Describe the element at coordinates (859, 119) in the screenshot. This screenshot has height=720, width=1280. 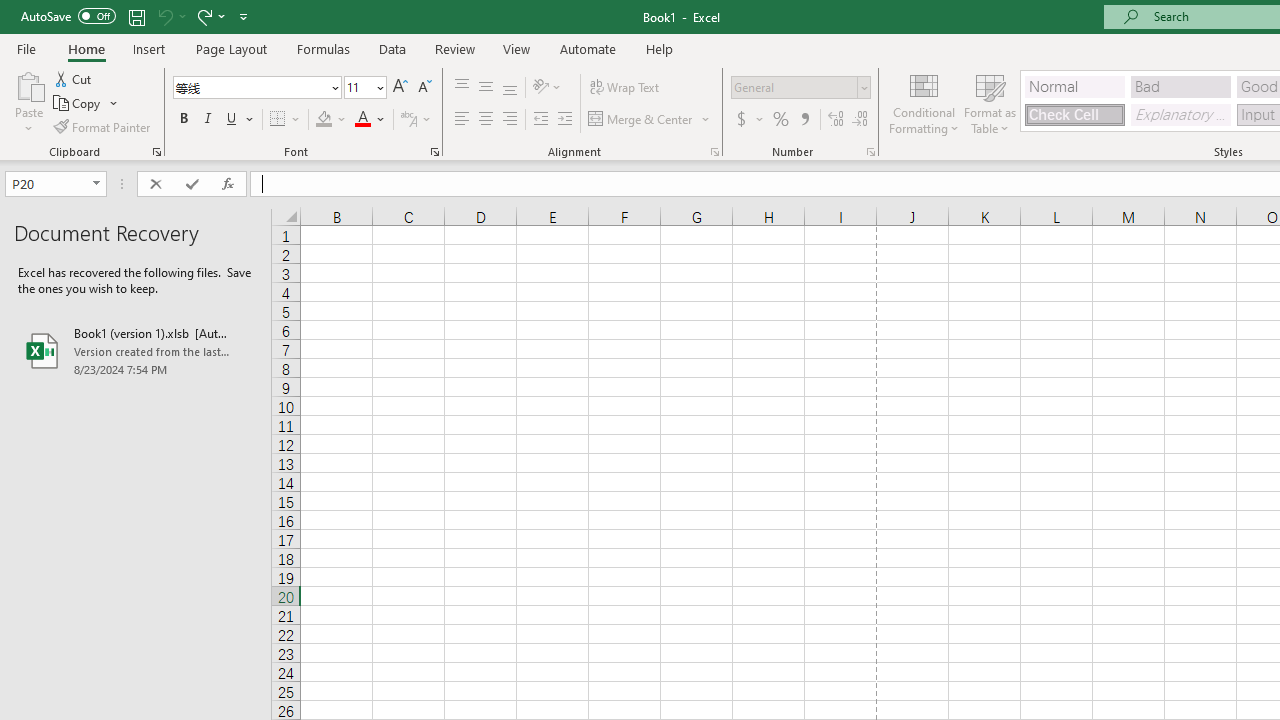
I see `'Decrease Decimal'` at that location.